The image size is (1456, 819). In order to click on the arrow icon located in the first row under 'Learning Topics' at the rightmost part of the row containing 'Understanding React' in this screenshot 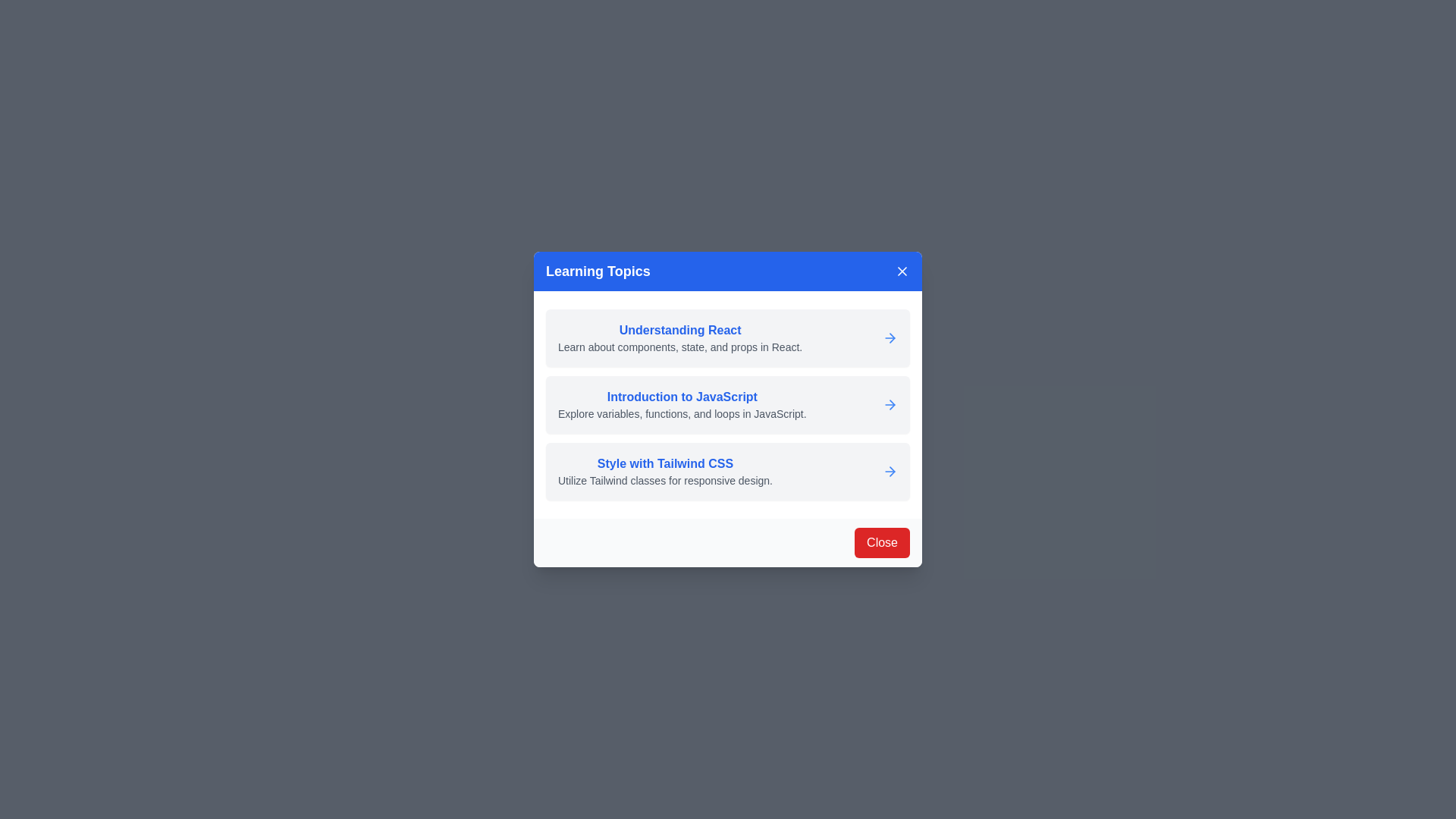, I will do `click(892, 337)`.